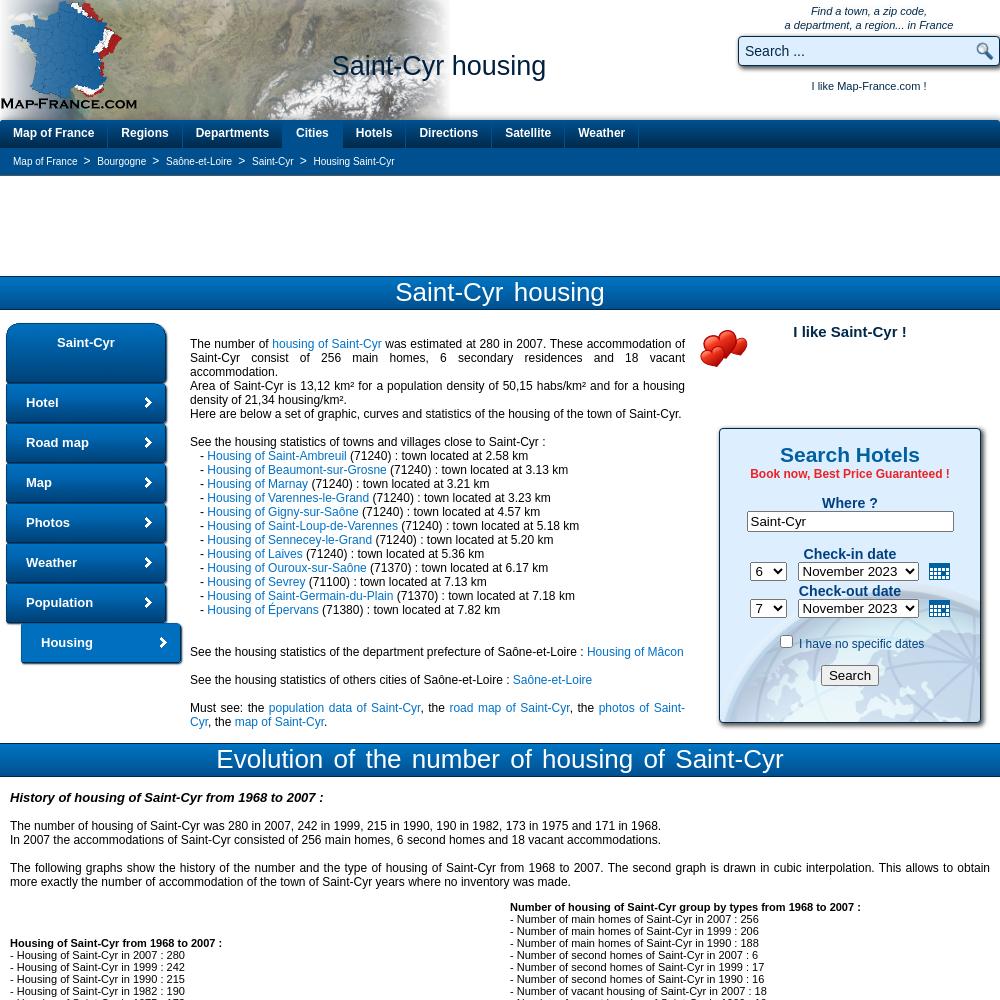  I want to click on 'Housing of Laives', so click(254, 554).